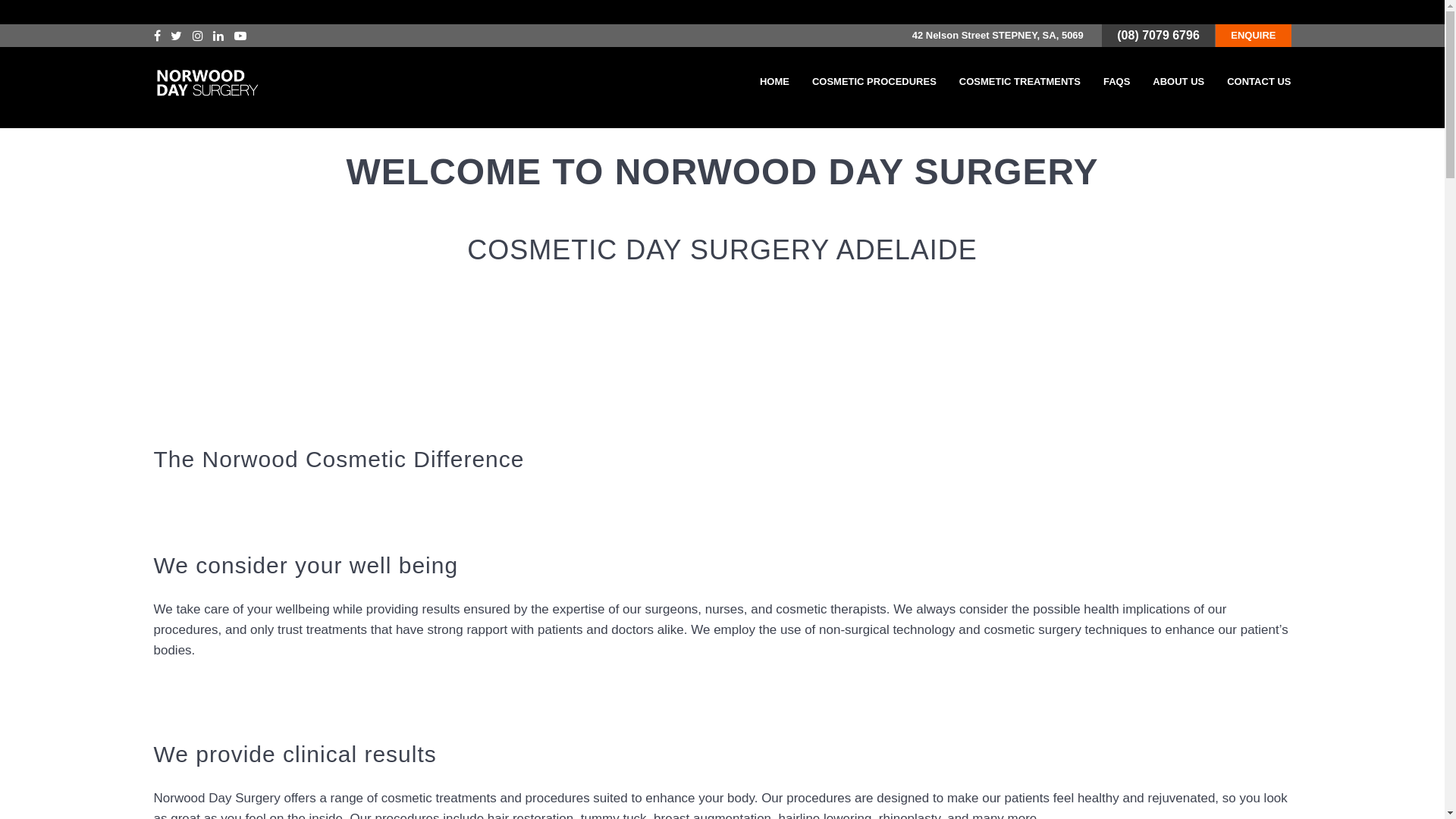 This screenshot has height=819, width=1456. Describe the element at coordinates (1178, 82) in the screenshot. I see `'ABOUT US'` at that location.